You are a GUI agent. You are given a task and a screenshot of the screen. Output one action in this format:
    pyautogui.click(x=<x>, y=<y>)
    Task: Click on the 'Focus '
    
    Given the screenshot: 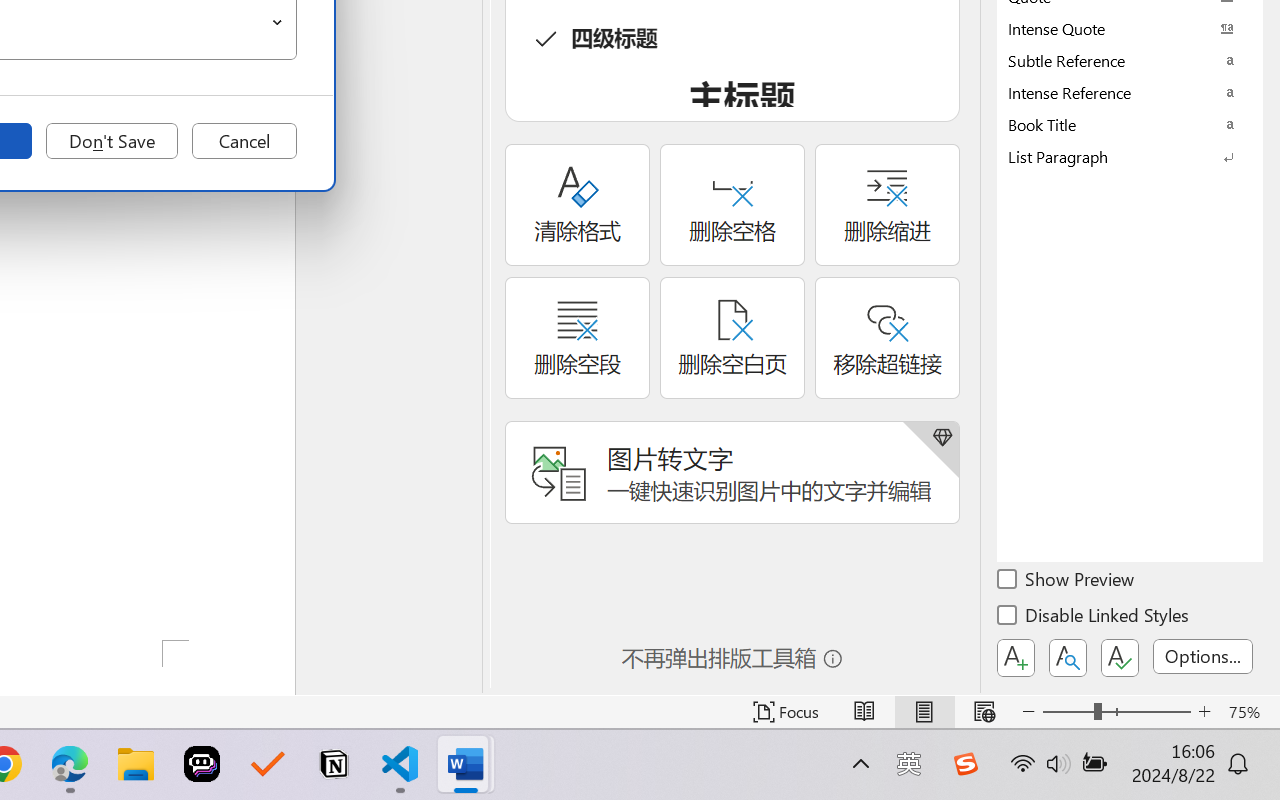 What is the action you would take?
    pyautogui.click(x=785, y=711)
    